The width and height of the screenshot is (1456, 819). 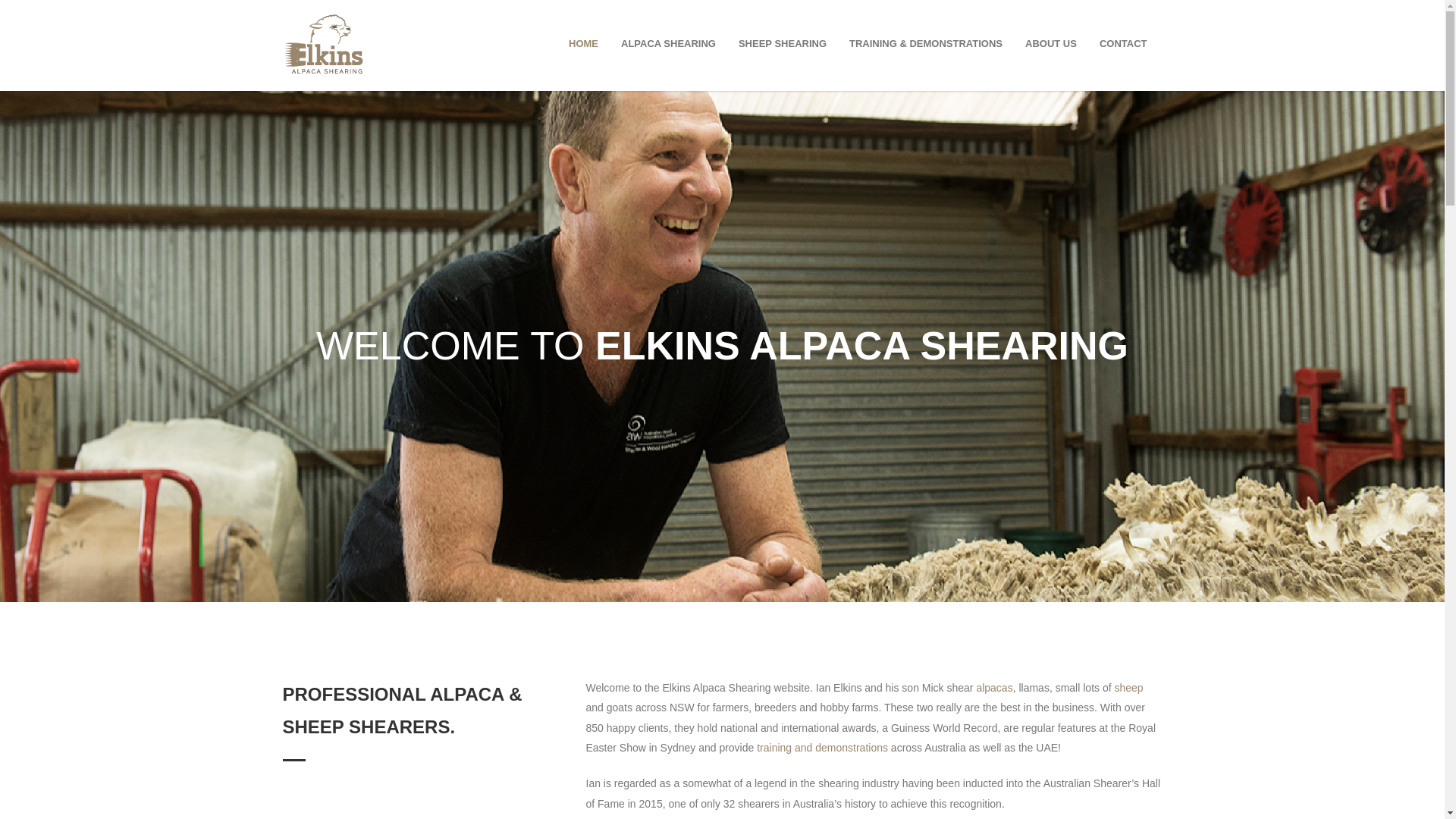 I want to click on 'SHEEP SHEARING', so click(x=783, y=42).